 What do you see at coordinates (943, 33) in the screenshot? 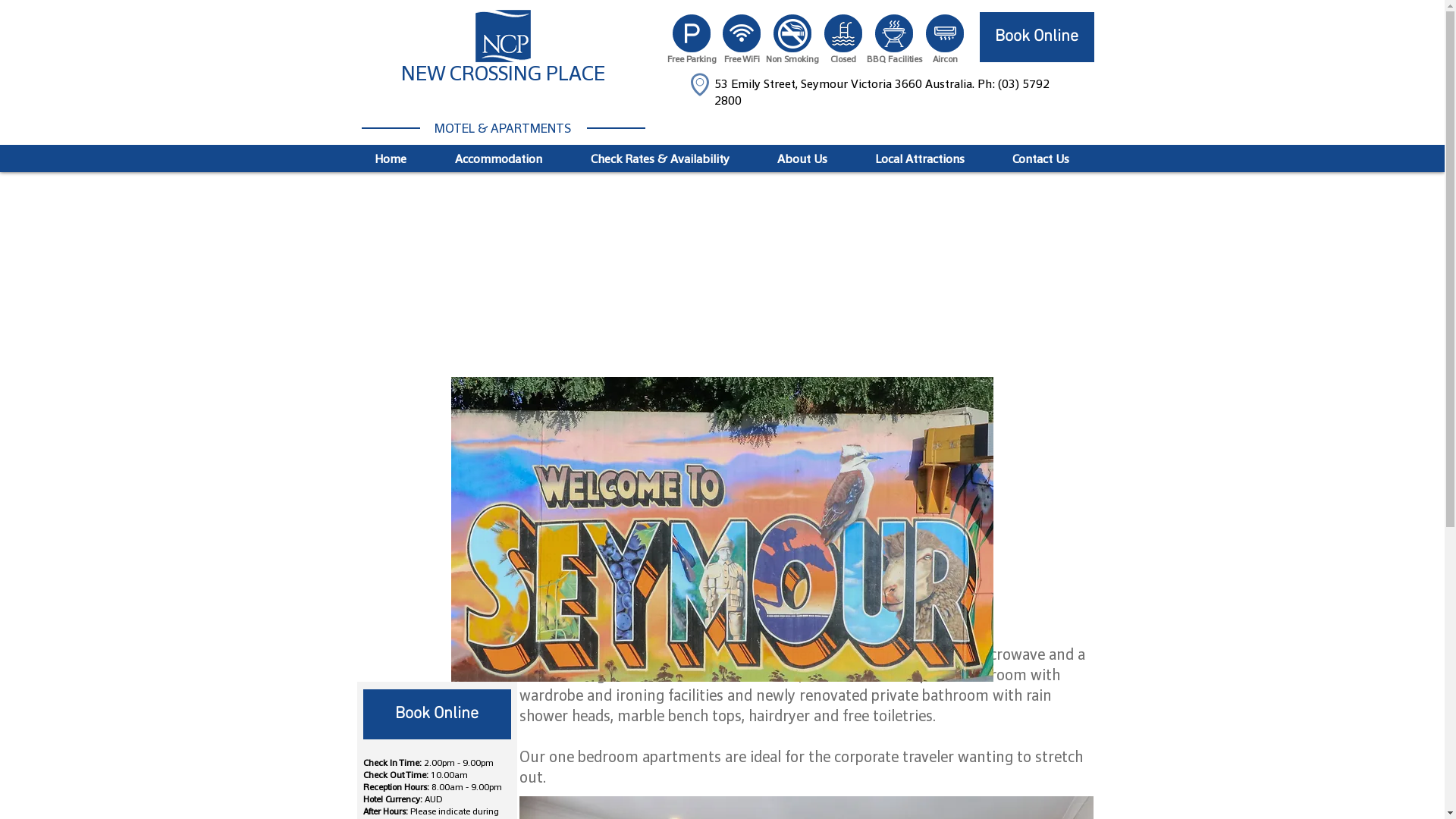
I see `'icon_aircon-w.png'` at bounding box center [943, 33].